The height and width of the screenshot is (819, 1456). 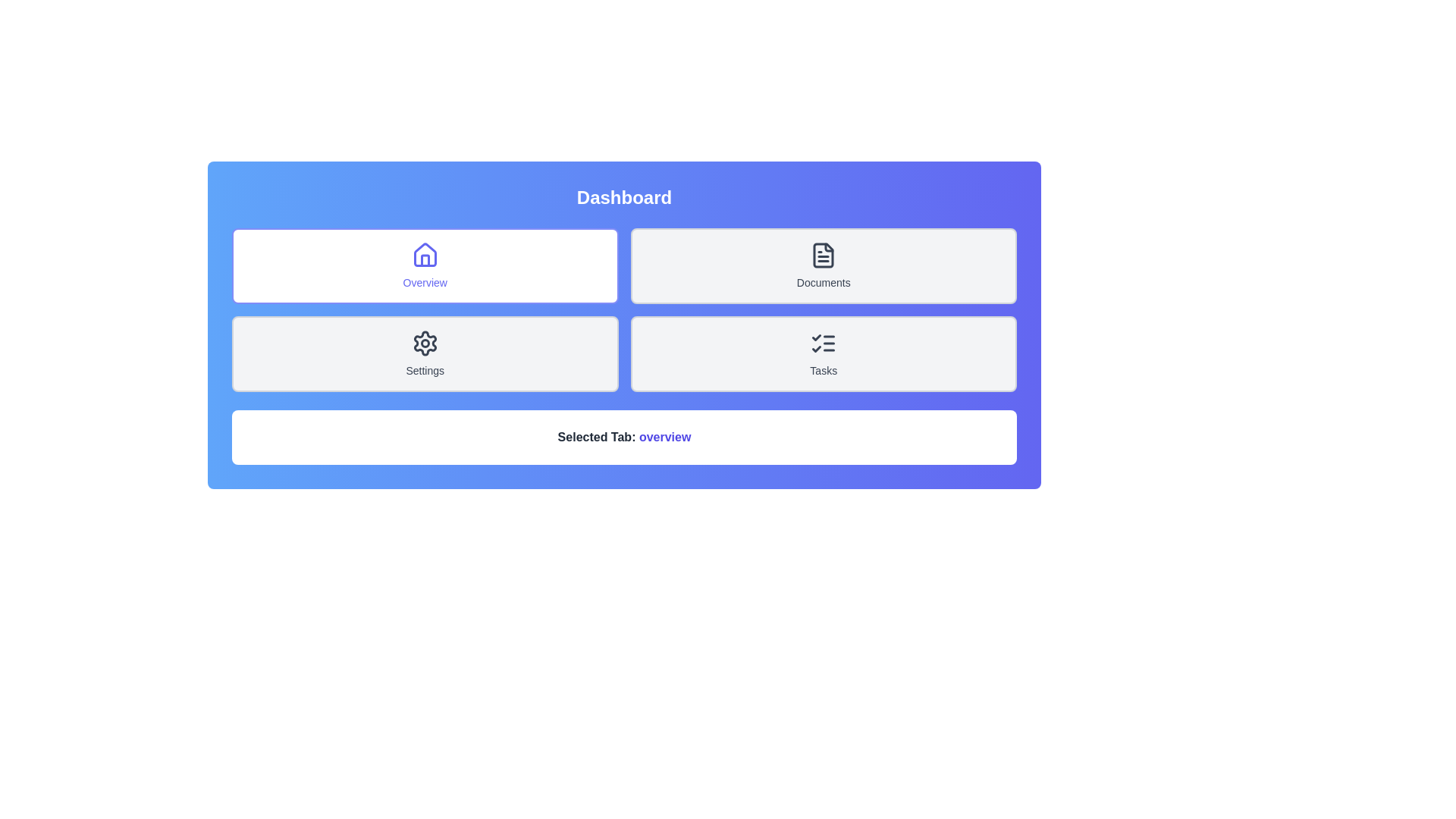 I want to click on the circular element that is part of the cogwheel icon in the 'Settings' section located in the second row, first column of the grid layout, so click(x=425, y=343).